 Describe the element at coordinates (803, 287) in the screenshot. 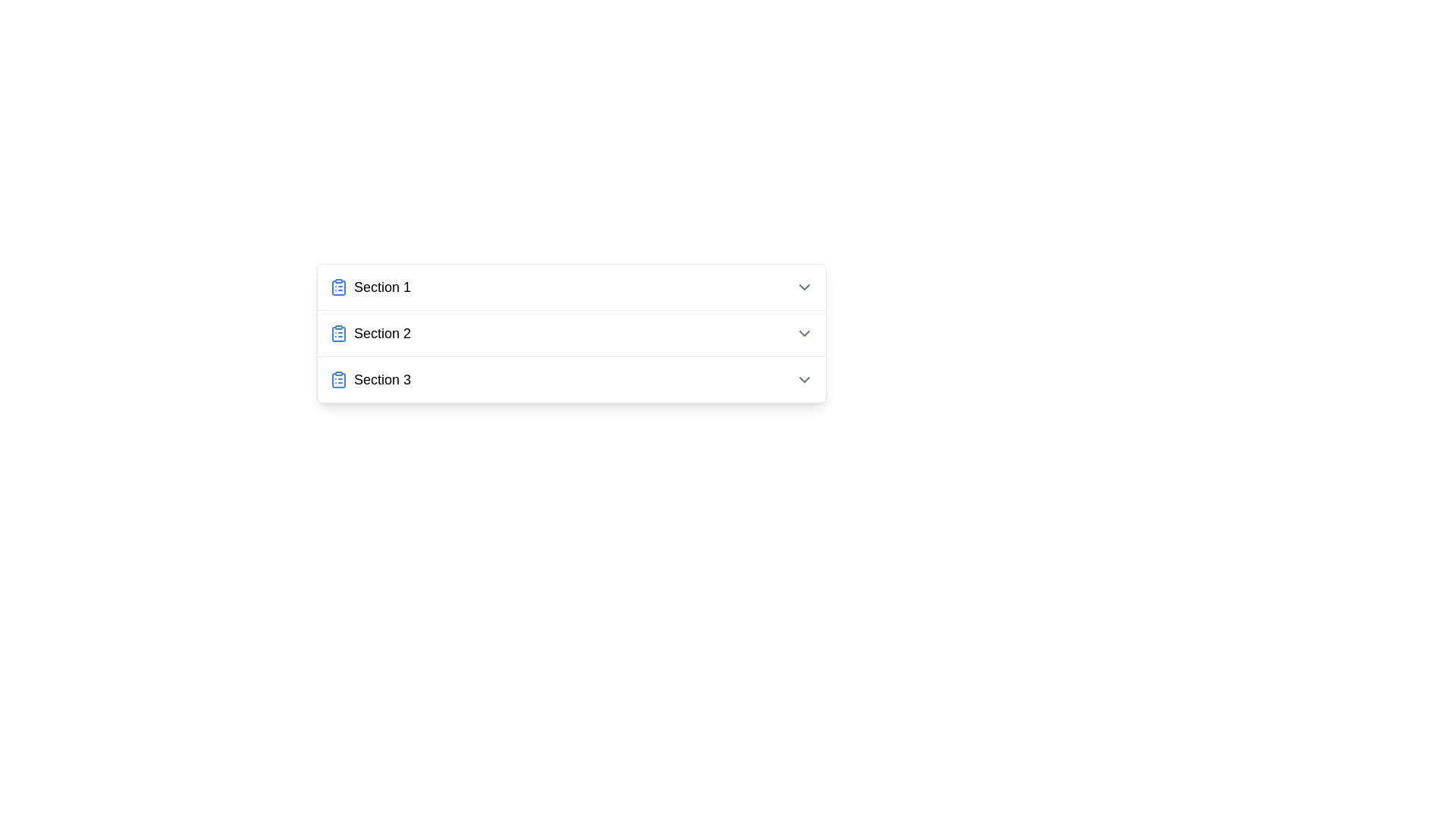

I see `the downward-facing gray chevron icon on the right side of 'Section 1'` at that location.